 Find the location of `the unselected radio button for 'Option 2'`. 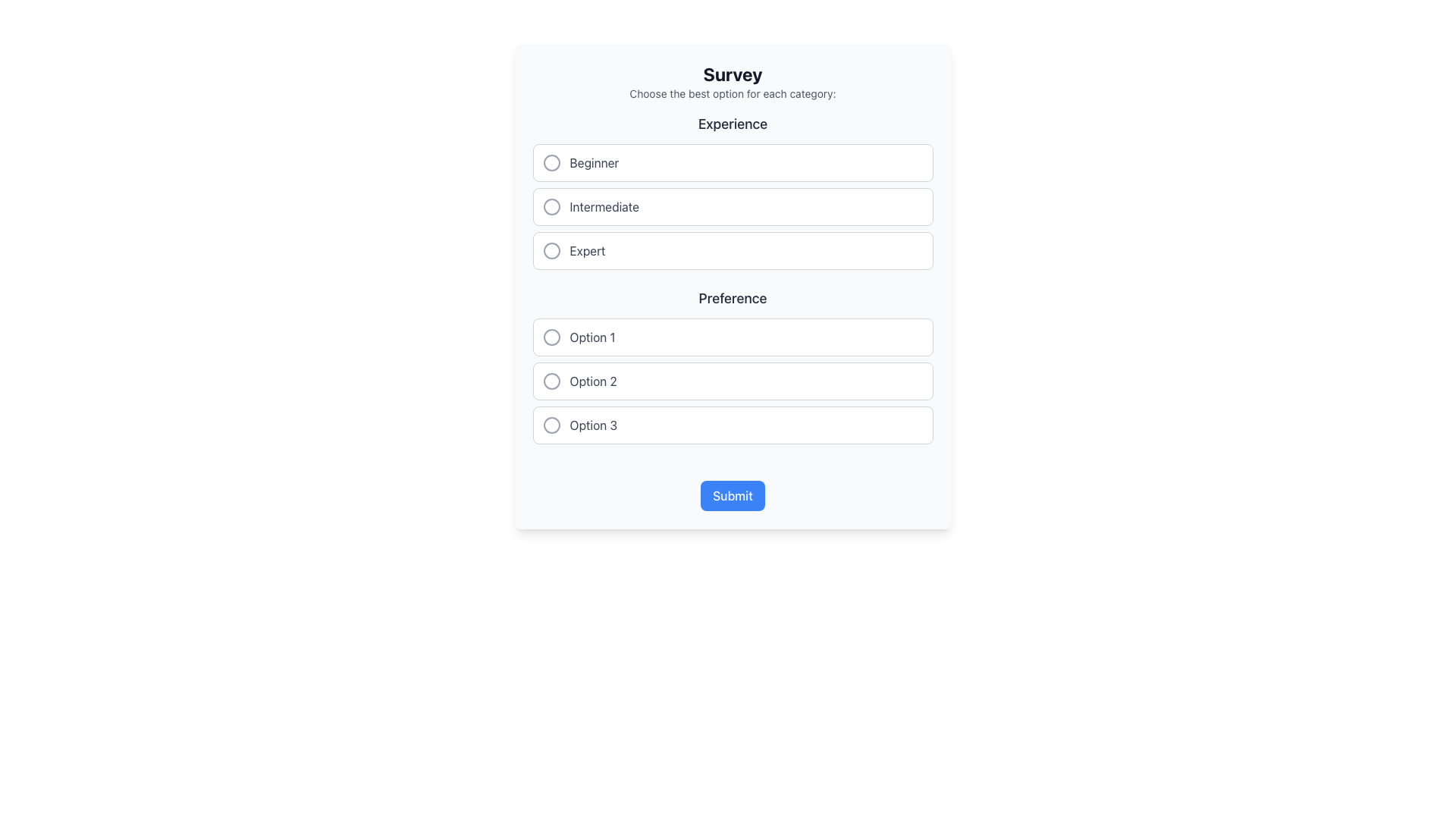

the unselected radio button for 'Option 2' is located at coordinates (551, 380).